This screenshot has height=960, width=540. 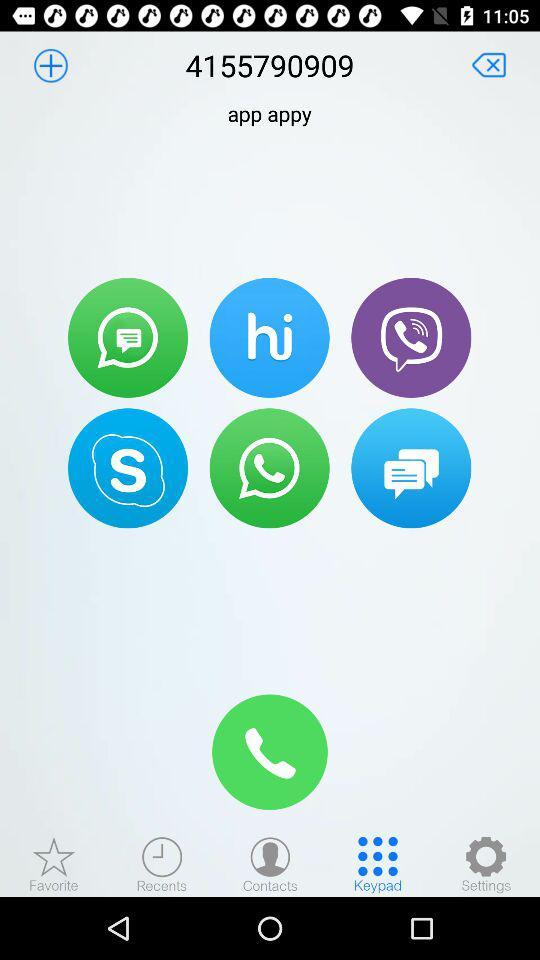 I want to click on the avatar icon, so click(x=270, y=863).